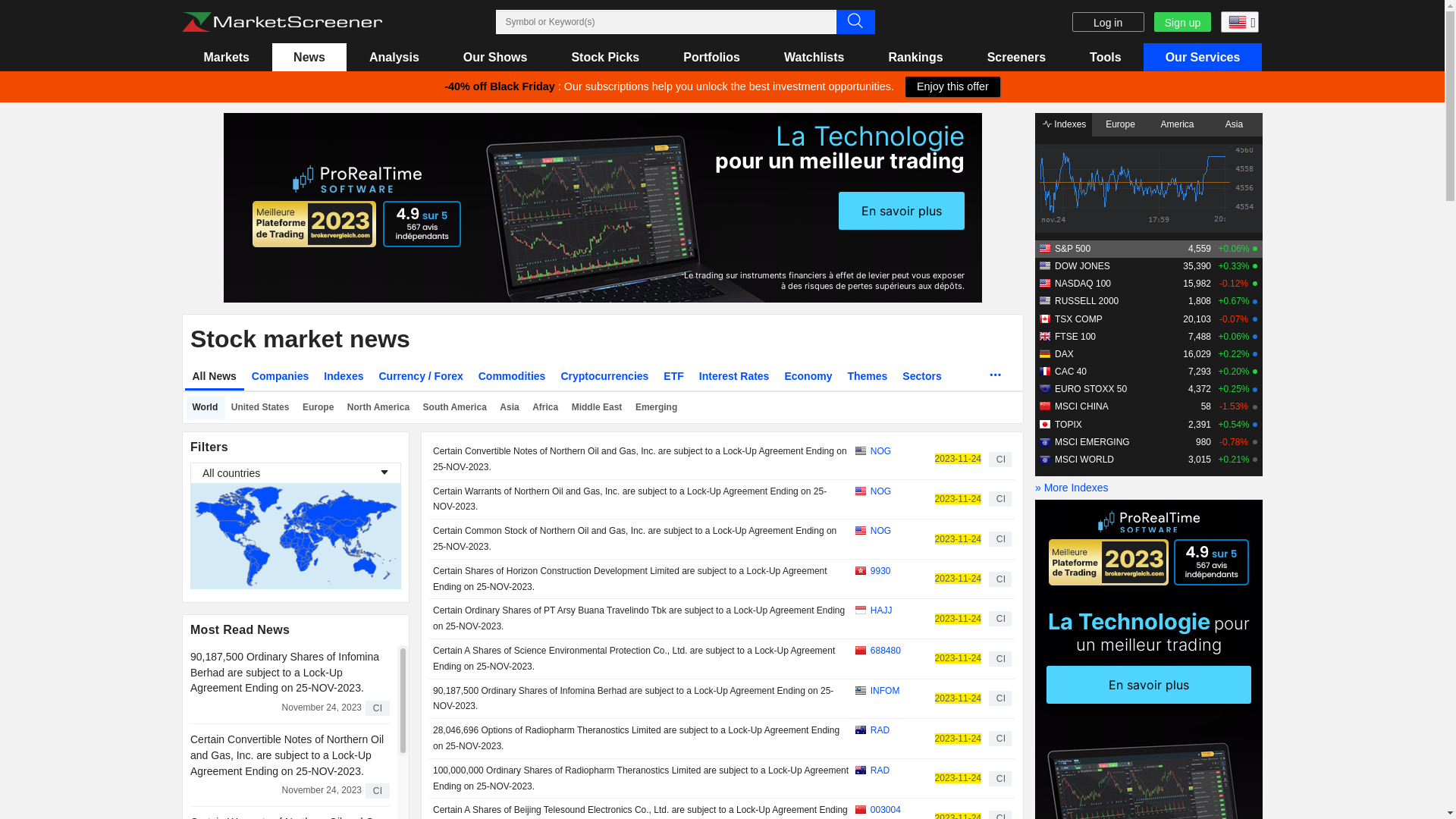 This screenshot has width=1456, height=819. I want to click on 'ETF', so click(673, 375).